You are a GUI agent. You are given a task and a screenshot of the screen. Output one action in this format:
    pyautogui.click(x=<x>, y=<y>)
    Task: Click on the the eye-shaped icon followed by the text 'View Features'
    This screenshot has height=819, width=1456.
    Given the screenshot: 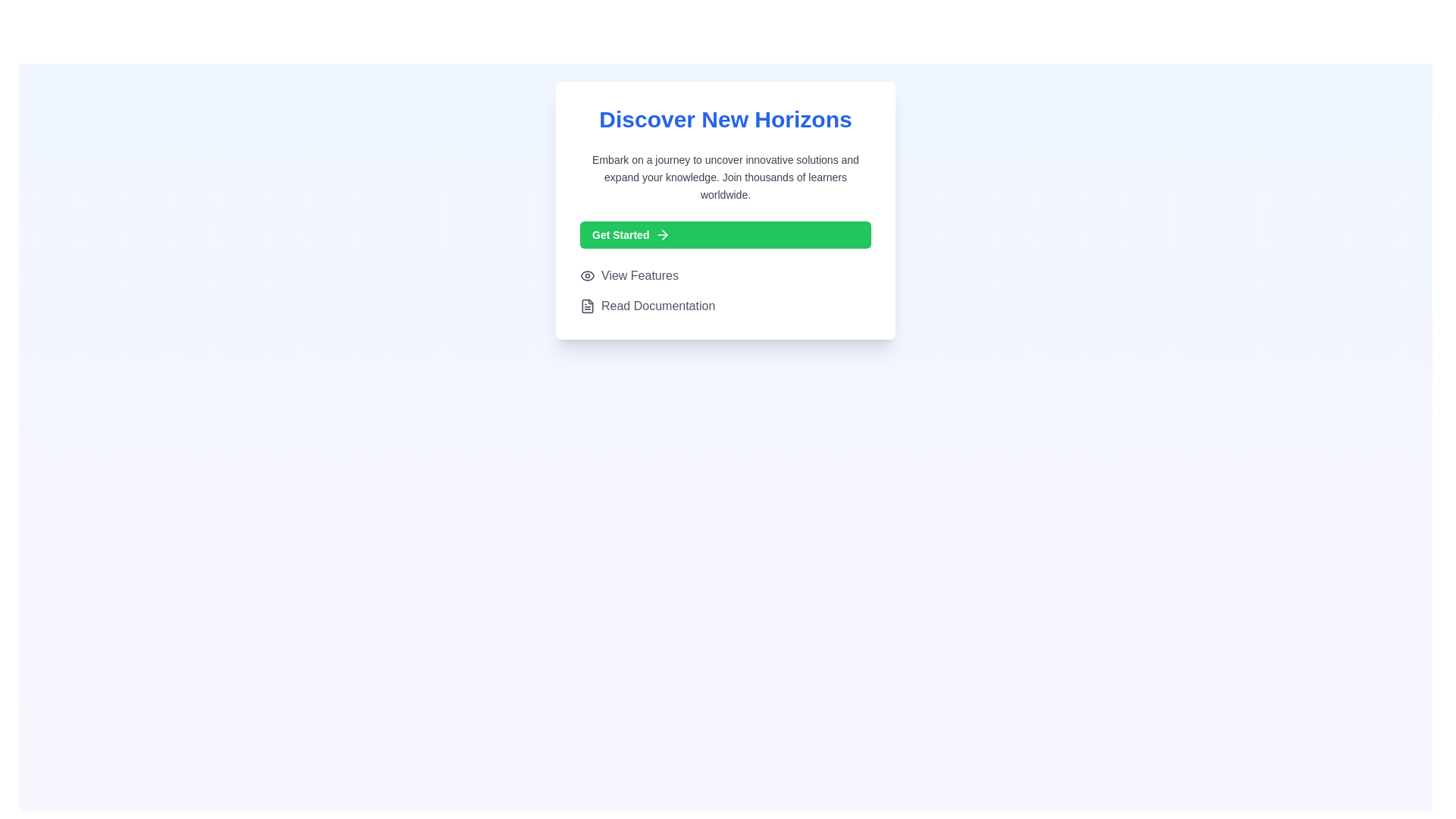 What is the action you would take?
    pyautogui.click(x=629, y=276)
    